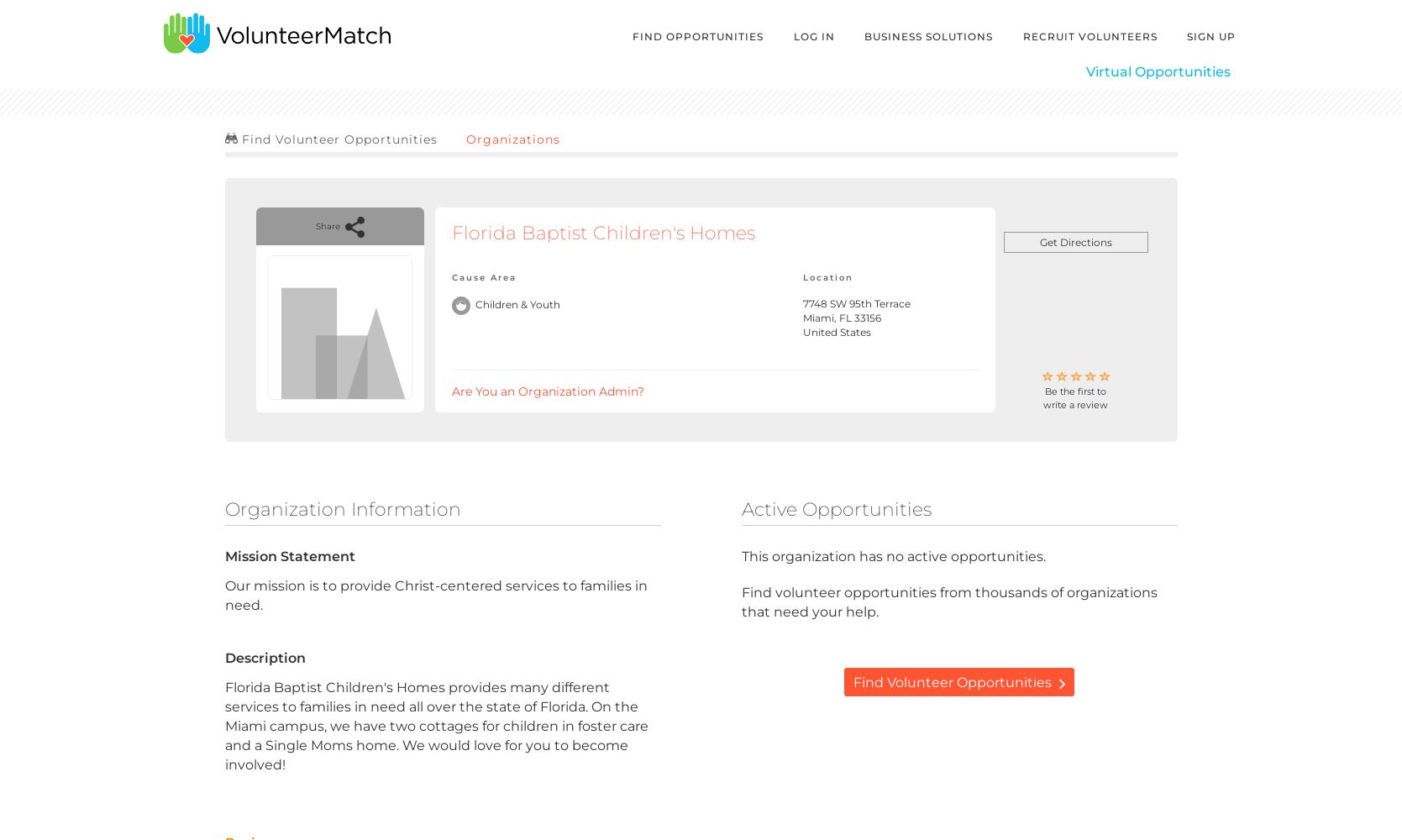 The width and height of the screenshot is (1402, 840). I want to click on 'This organization has no active opportunities.', so click(891, 555).